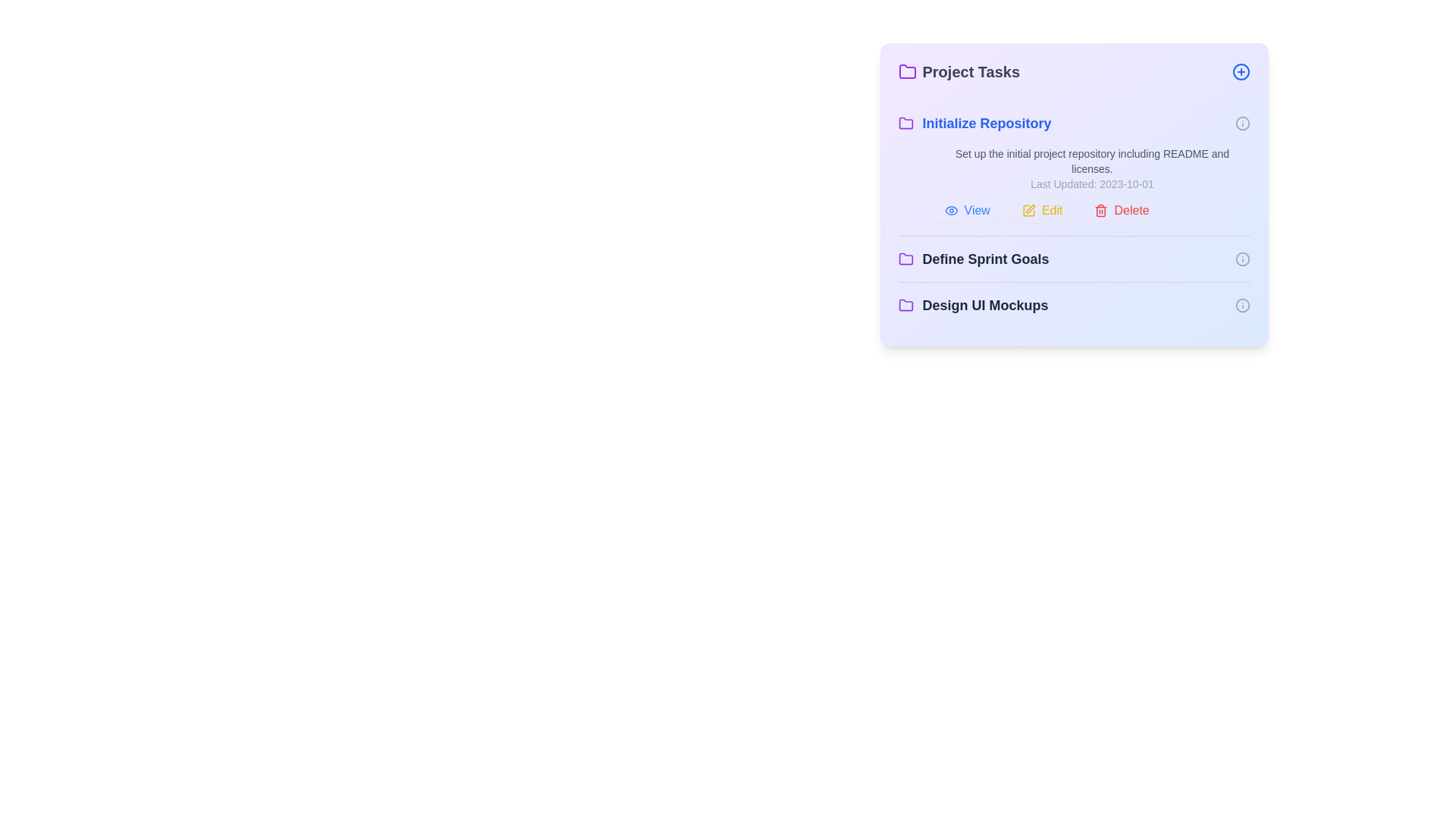 The width and height of the screenshot is (1456, 819). Describe the element at coordinates (950, 210) in the screenshot. I see `the 'view' icon located at the top-right corner of the 'Initialize Repository' task listing` at that location.